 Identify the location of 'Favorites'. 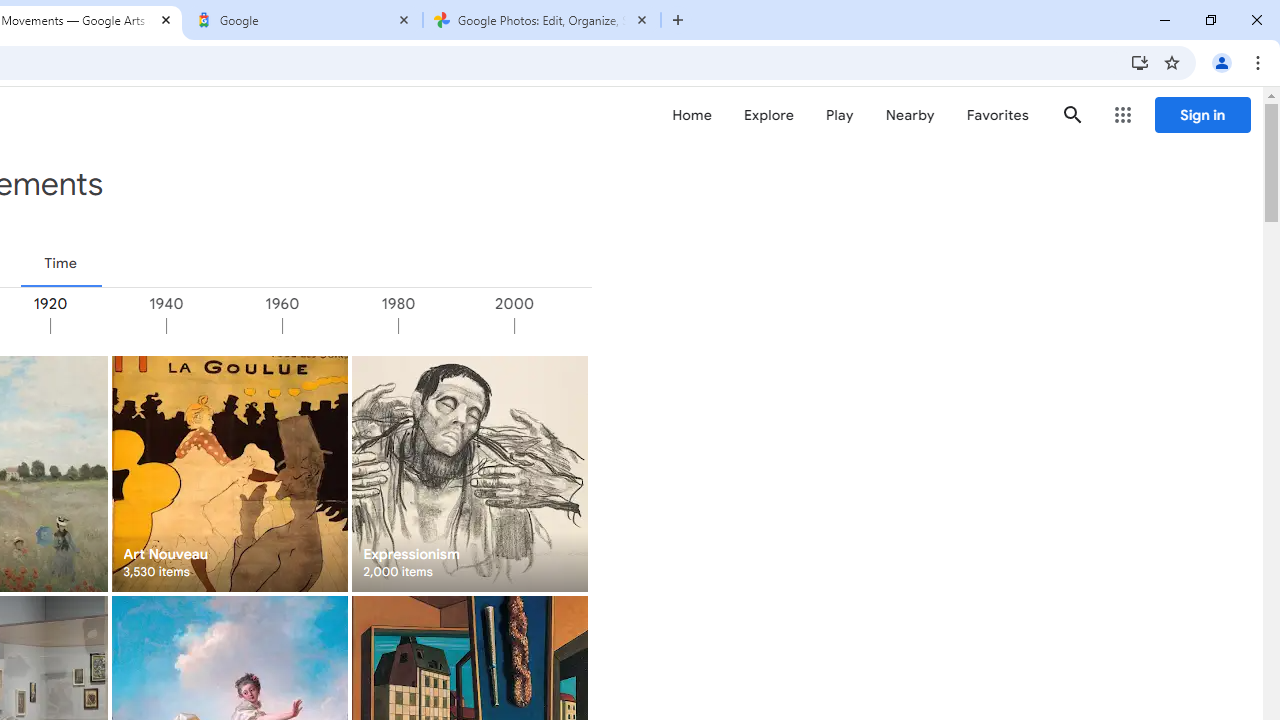
(997, 115).